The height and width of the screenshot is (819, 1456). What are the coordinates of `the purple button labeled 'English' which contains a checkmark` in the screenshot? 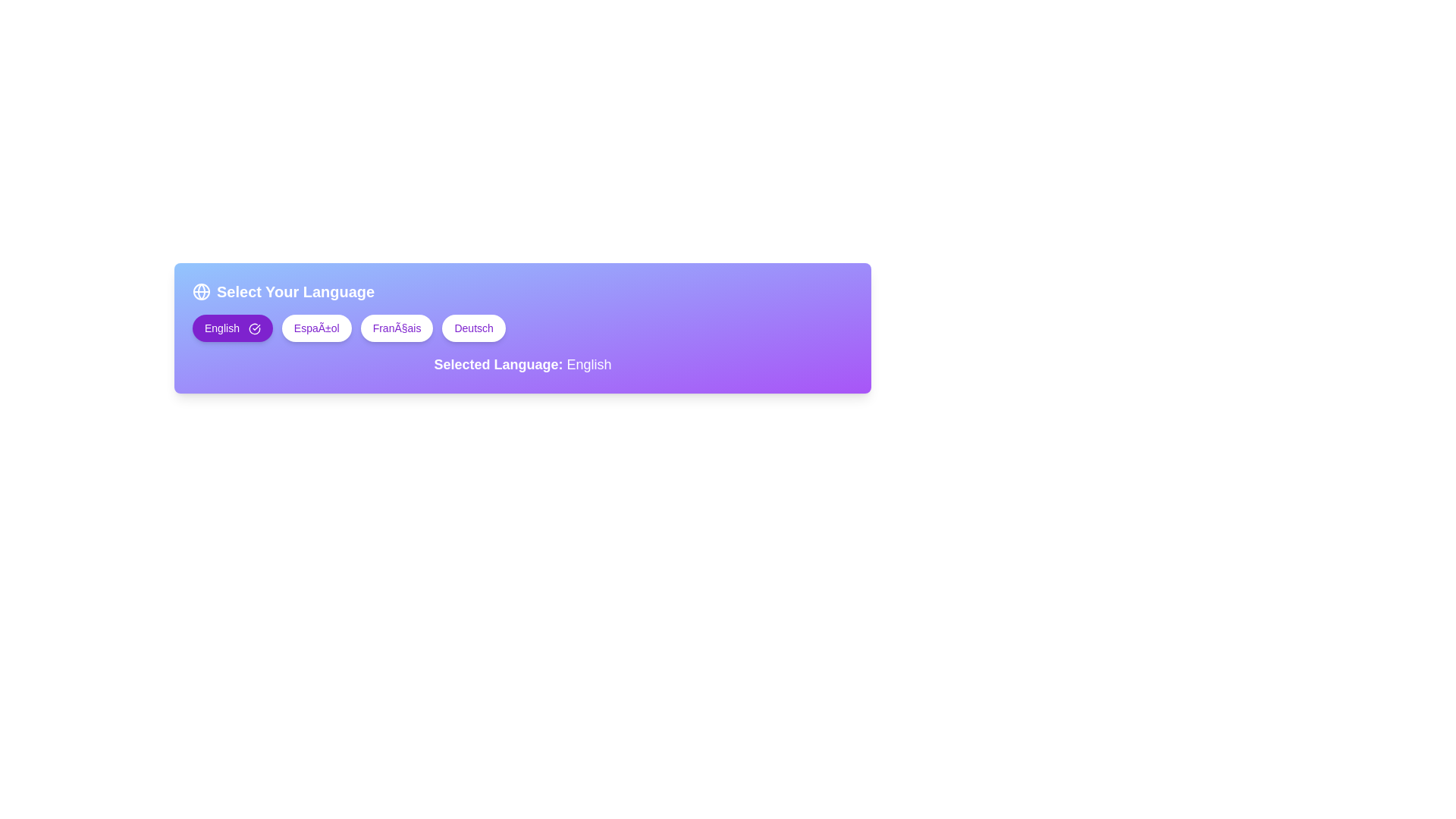 It's located at (254, 328).